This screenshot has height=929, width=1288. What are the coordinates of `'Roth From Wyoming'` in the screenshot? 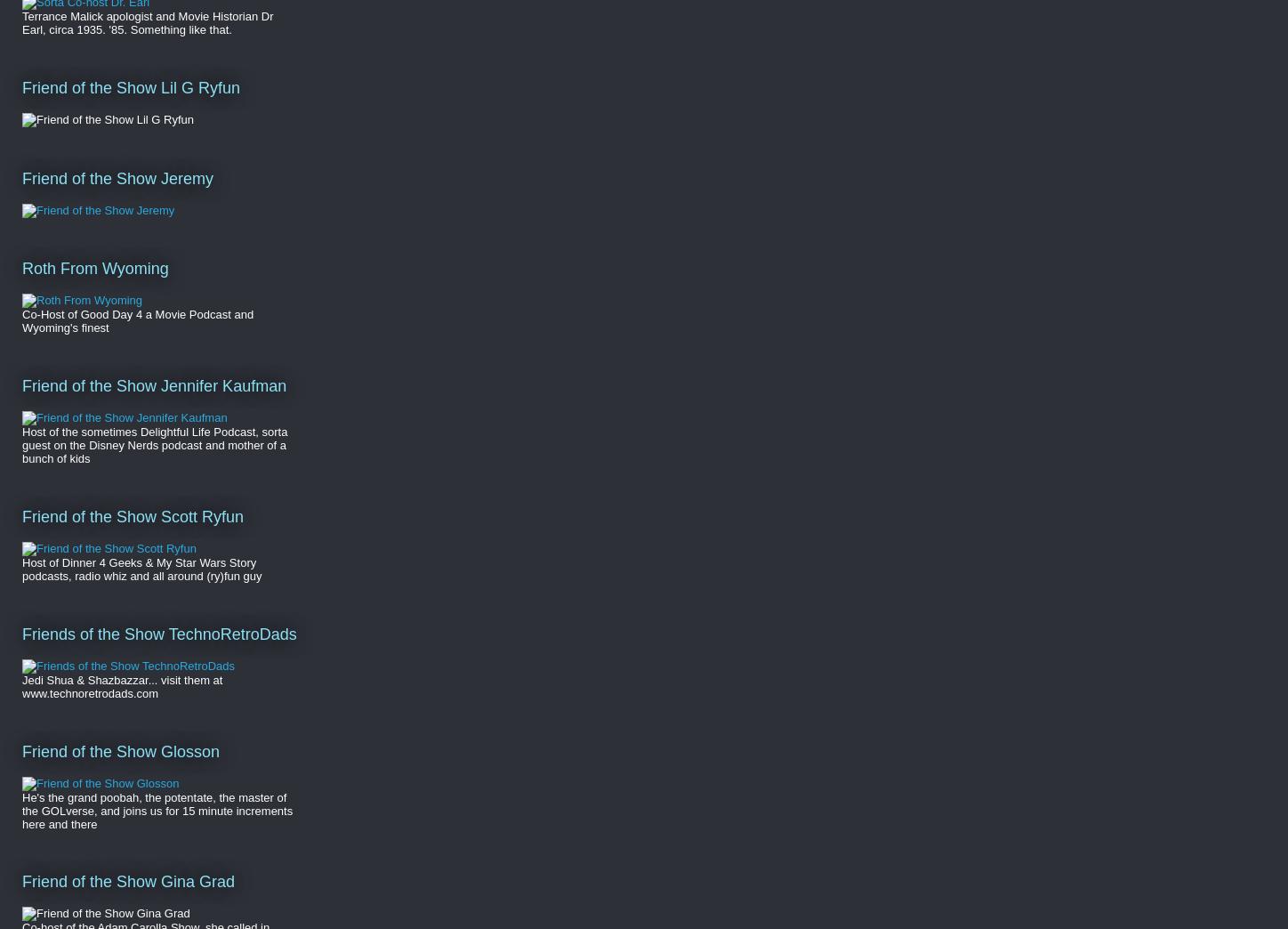 It's located at (94, 268).